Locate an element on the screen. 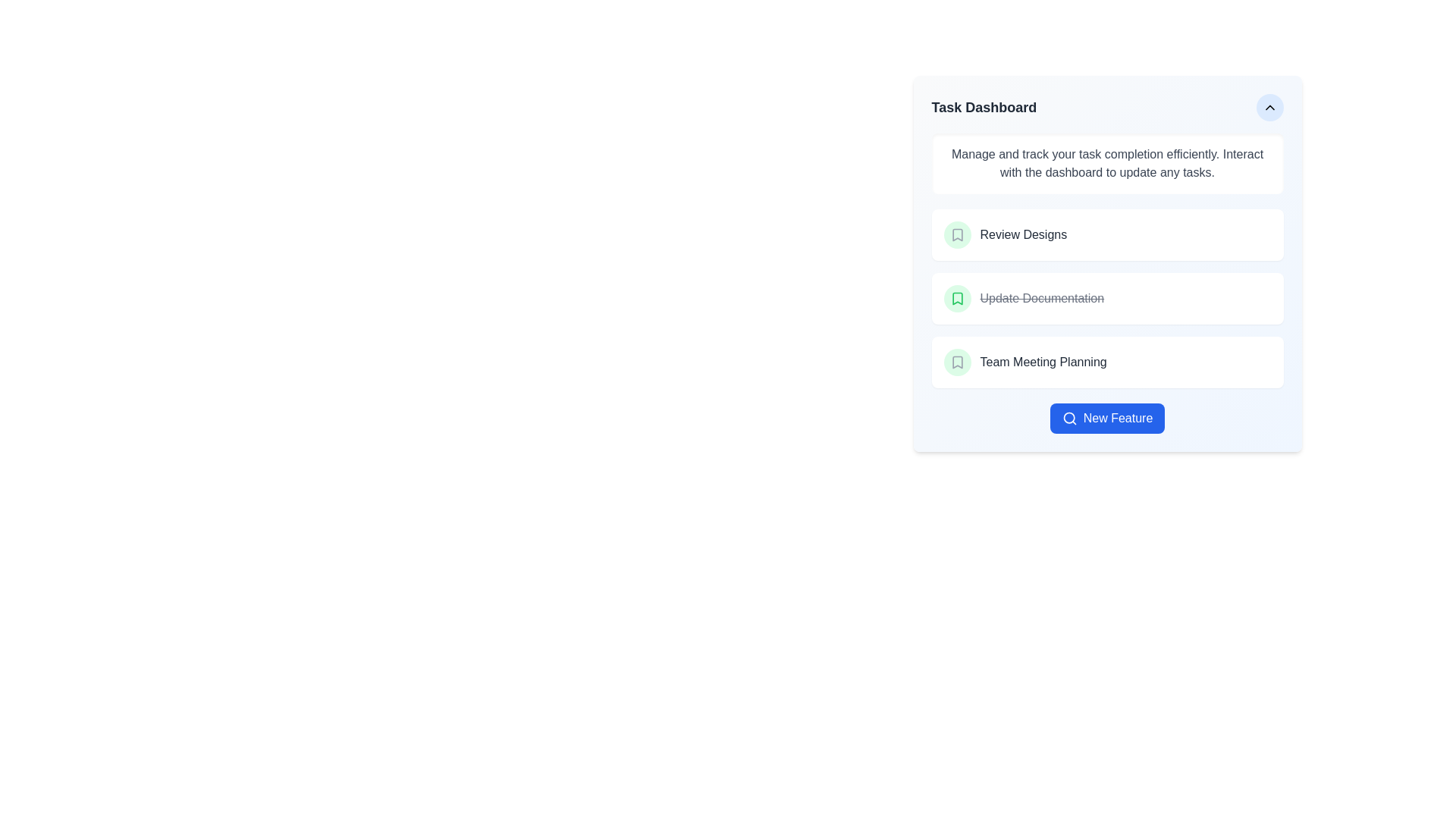  the circular green button with a green bookmark icon located to the left of the 'Update Documentation' text is located at coordinates (956, 298).